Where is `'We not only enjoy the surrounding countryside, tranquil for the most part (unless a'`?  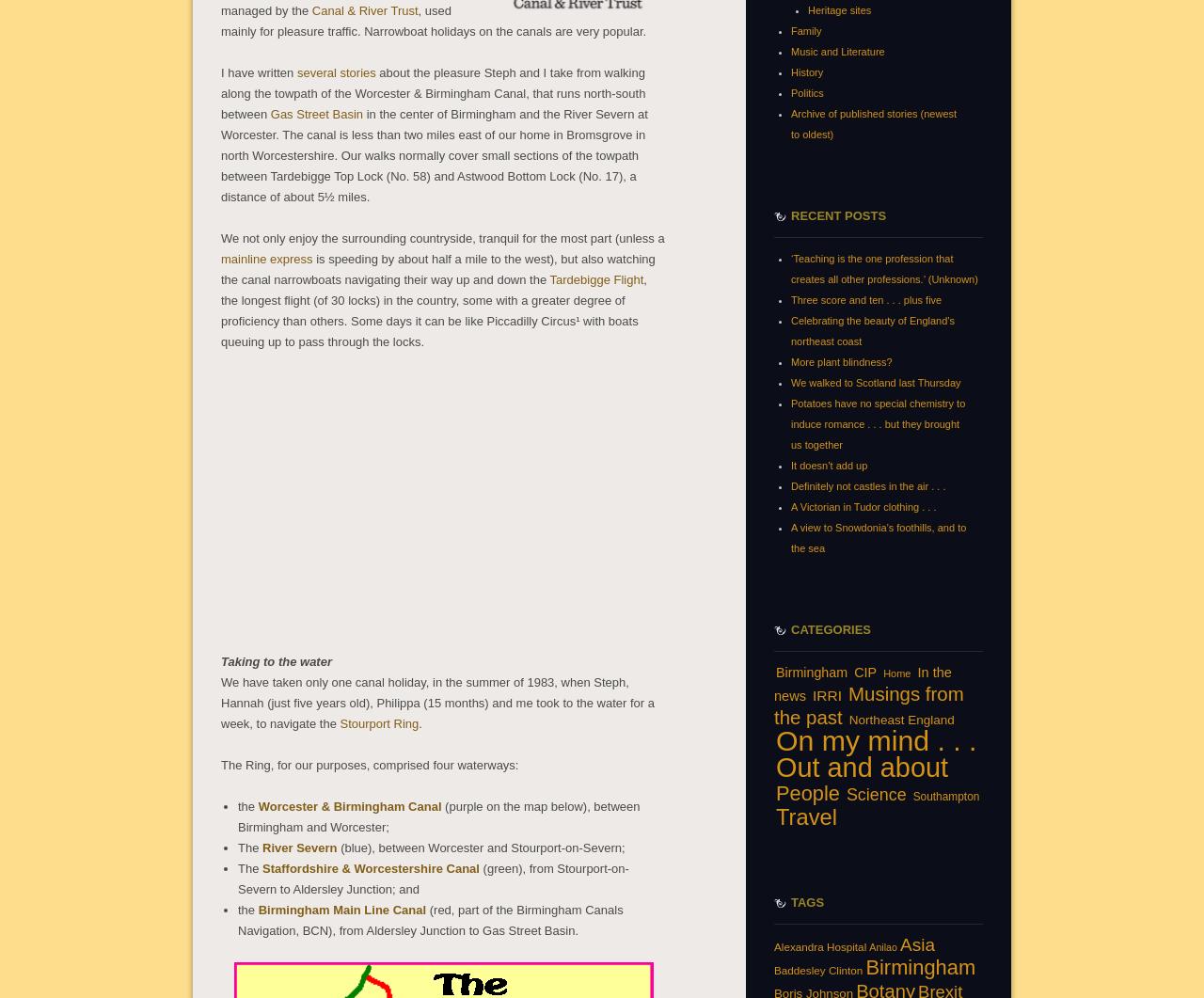 'We not only enjoy the surrounding countryside, tranquil for the most part (unless a' is located at coordinates (221, 236).